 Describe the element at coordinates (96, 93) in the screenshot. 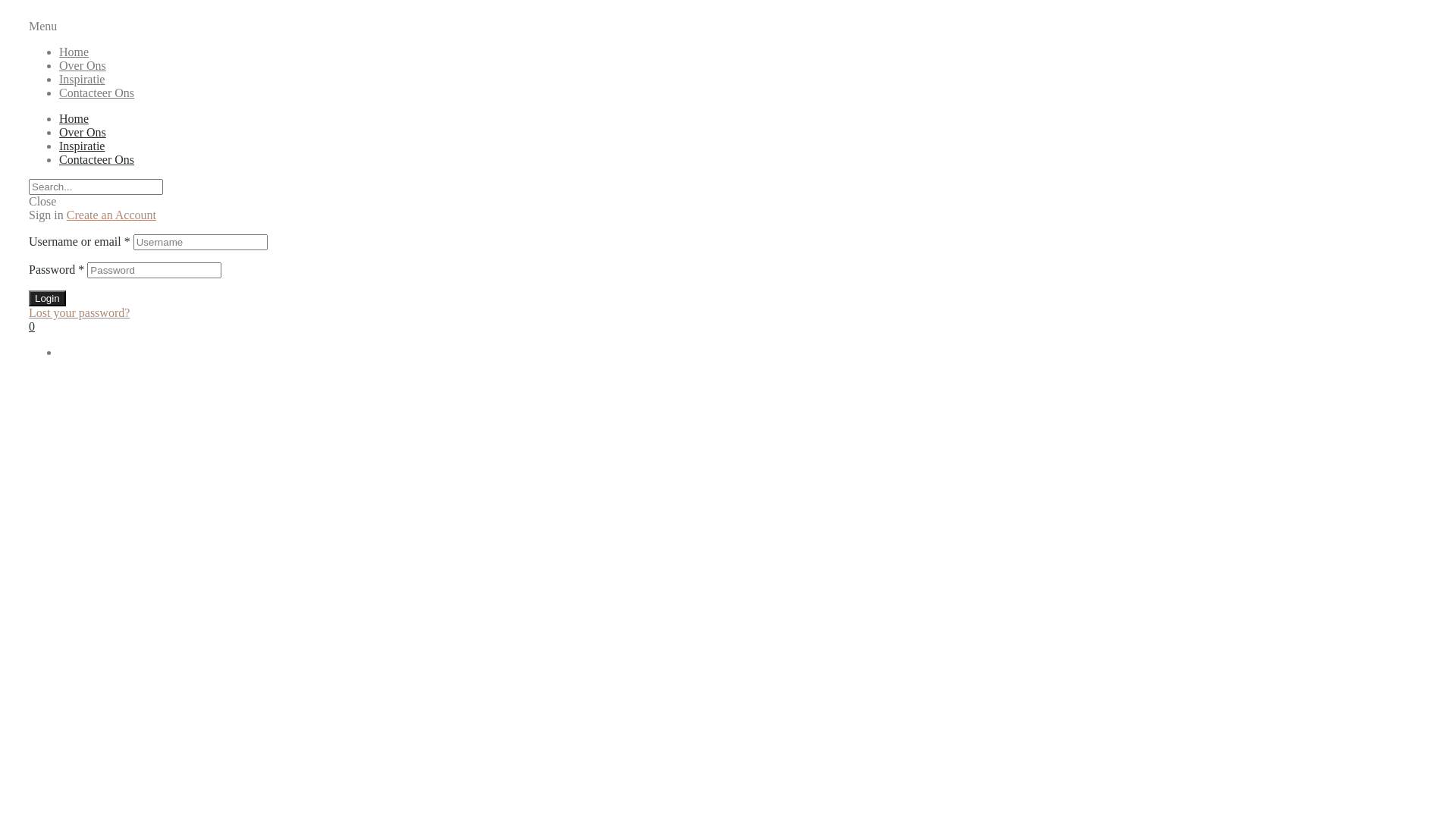

I see `'Contacteer Ons'` at that location.